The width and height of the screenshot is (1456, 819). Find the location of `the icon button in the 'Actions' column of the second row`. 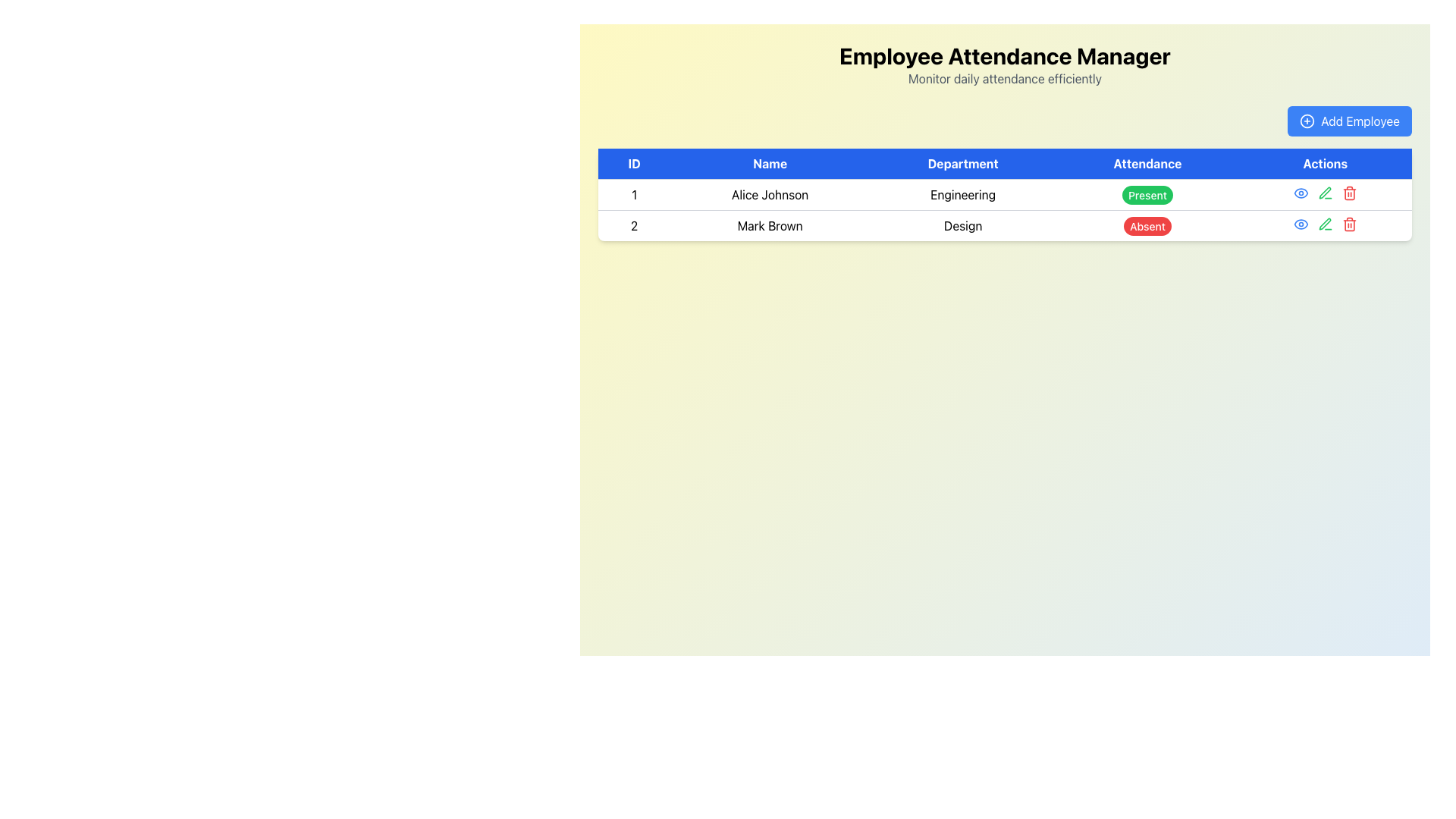

the icon button in the 'Actions' column of the second row is located at coordinates (1324, 224).